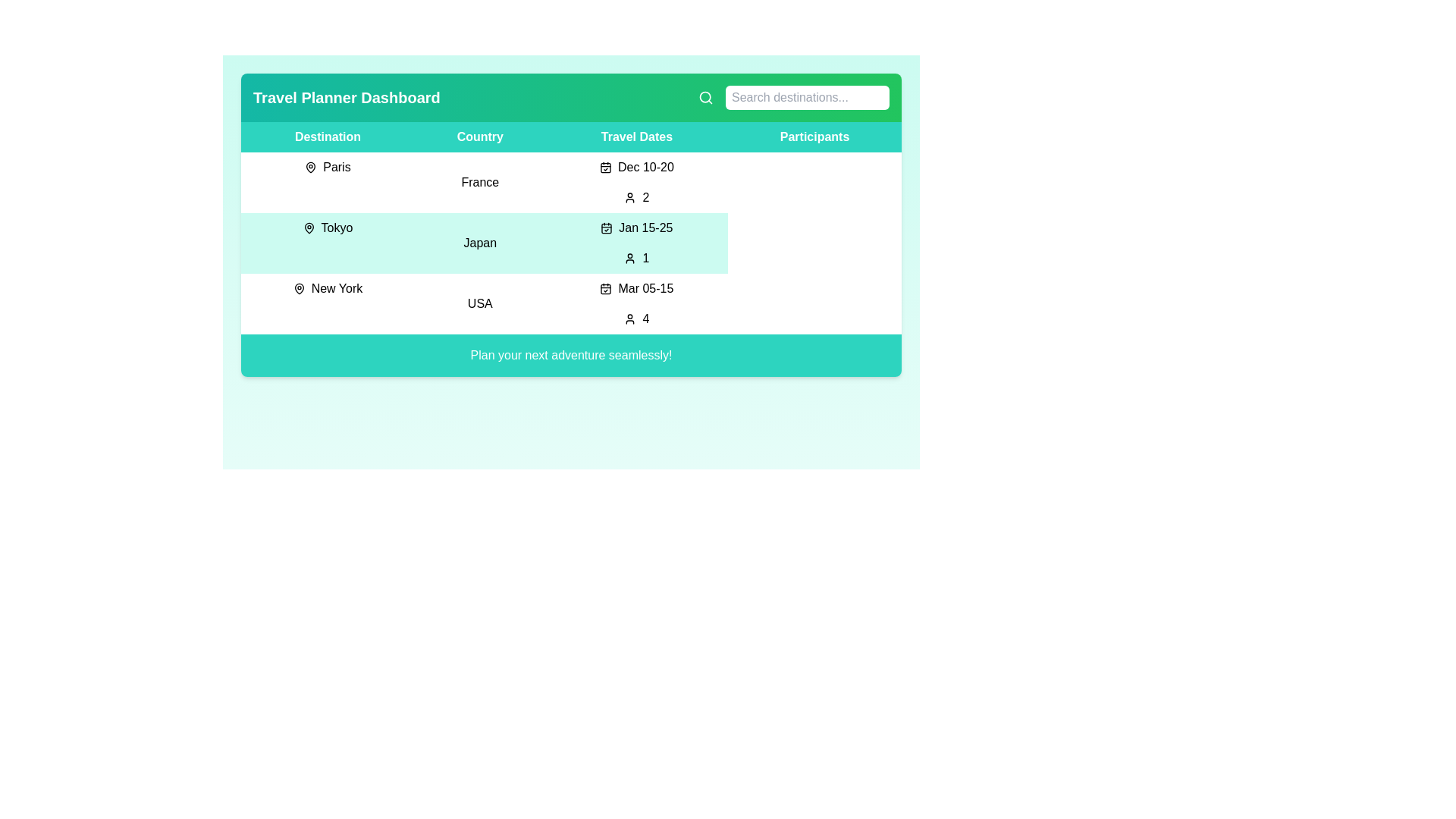 The width and height of the screenshot is (1456, 819). Describe the element at coordinates (479, 304) in the screenshot. I see `the static Text Display indicating the country for the destination entry 'New York', located in the third row of the table under the 'Country' column` at that location.